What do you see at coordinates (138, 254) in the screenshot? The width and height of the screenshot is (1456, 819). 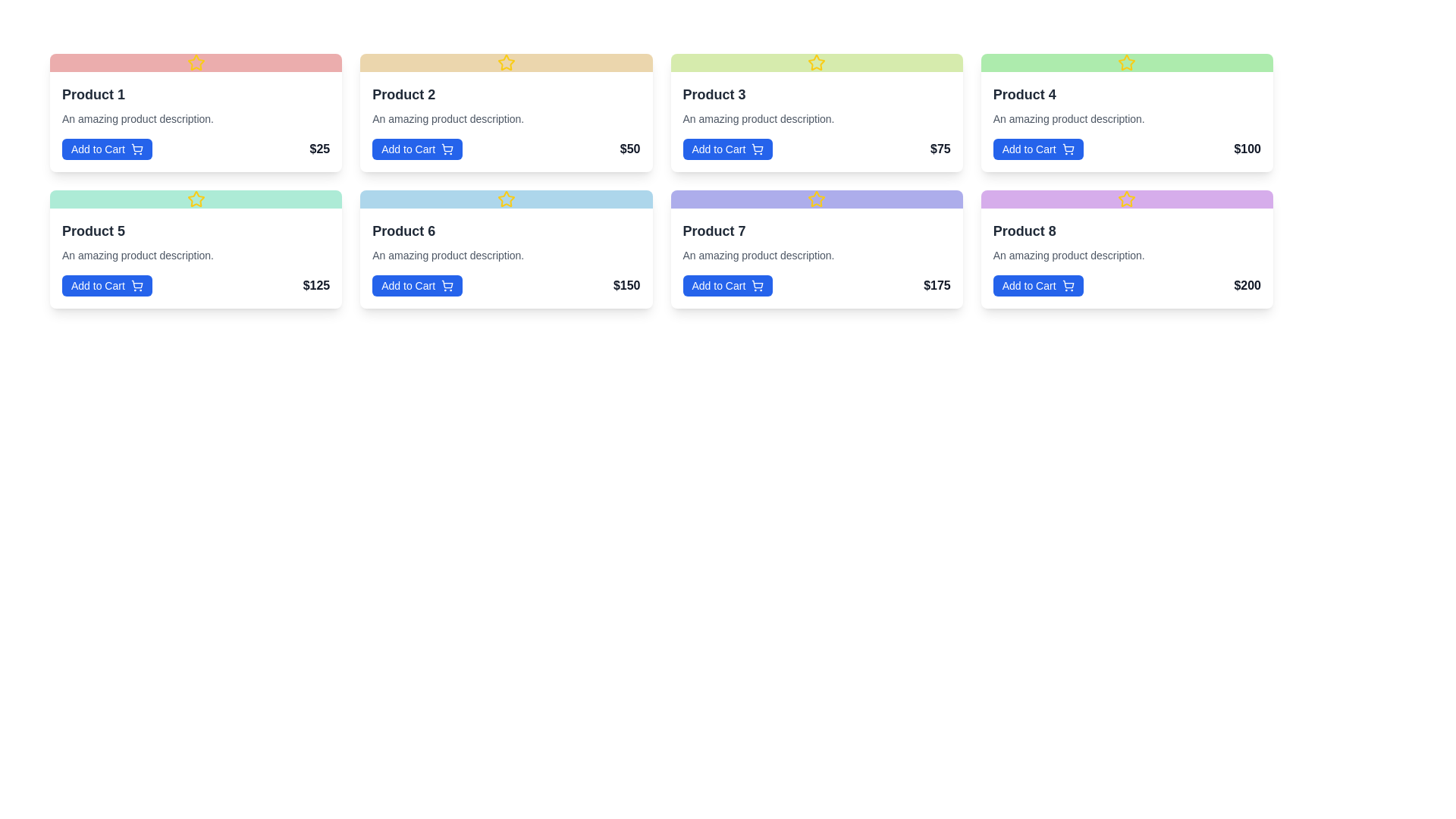 I see `the descriptive text for 'Product 5' located beneath the product title and above the 'Add to Cart' button` at bounding box center [138, 254].